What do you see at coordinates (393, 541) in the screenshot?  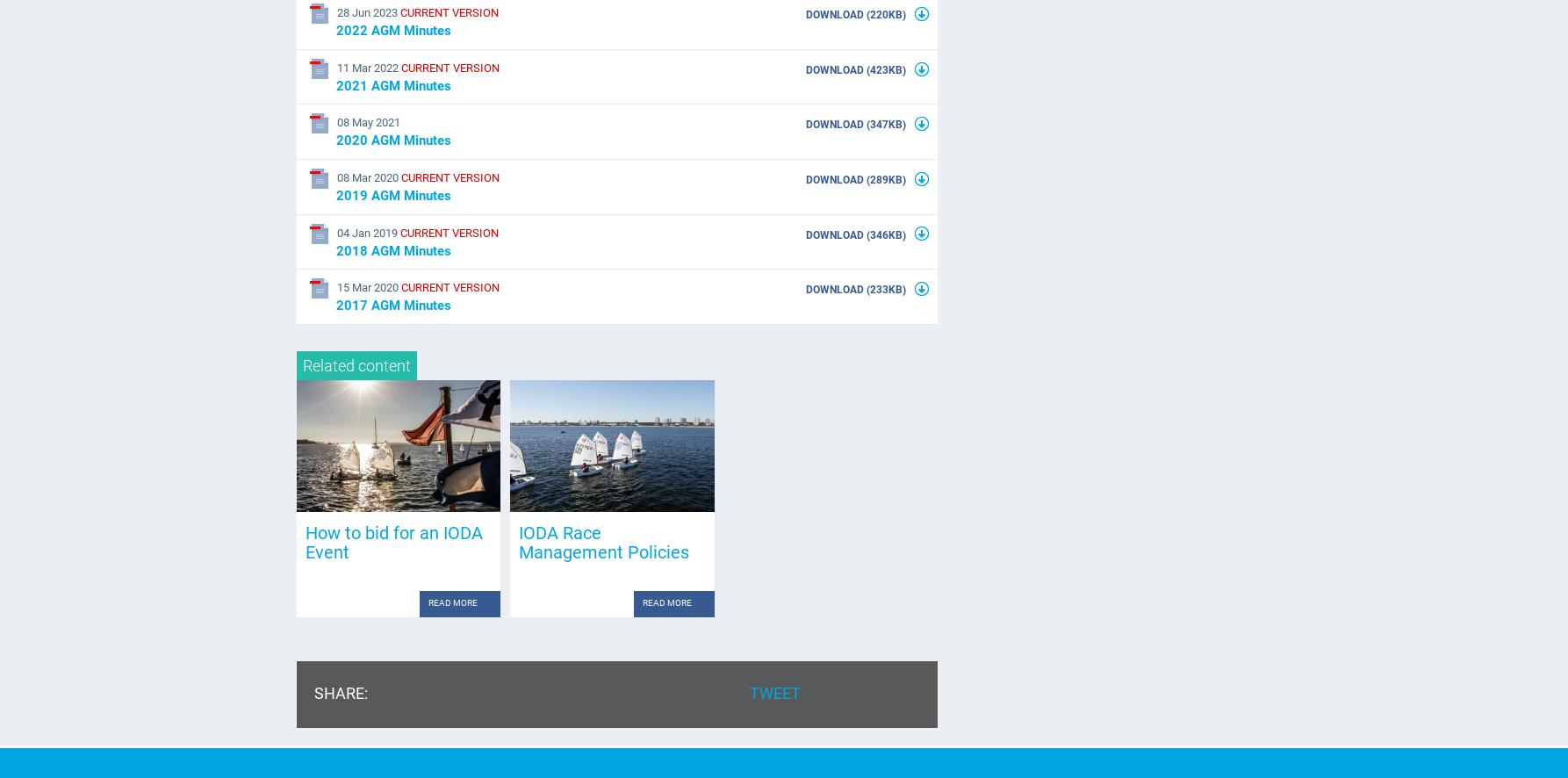 I see `'How to bid for an IODA Event'` at bounding box center [393, 541].